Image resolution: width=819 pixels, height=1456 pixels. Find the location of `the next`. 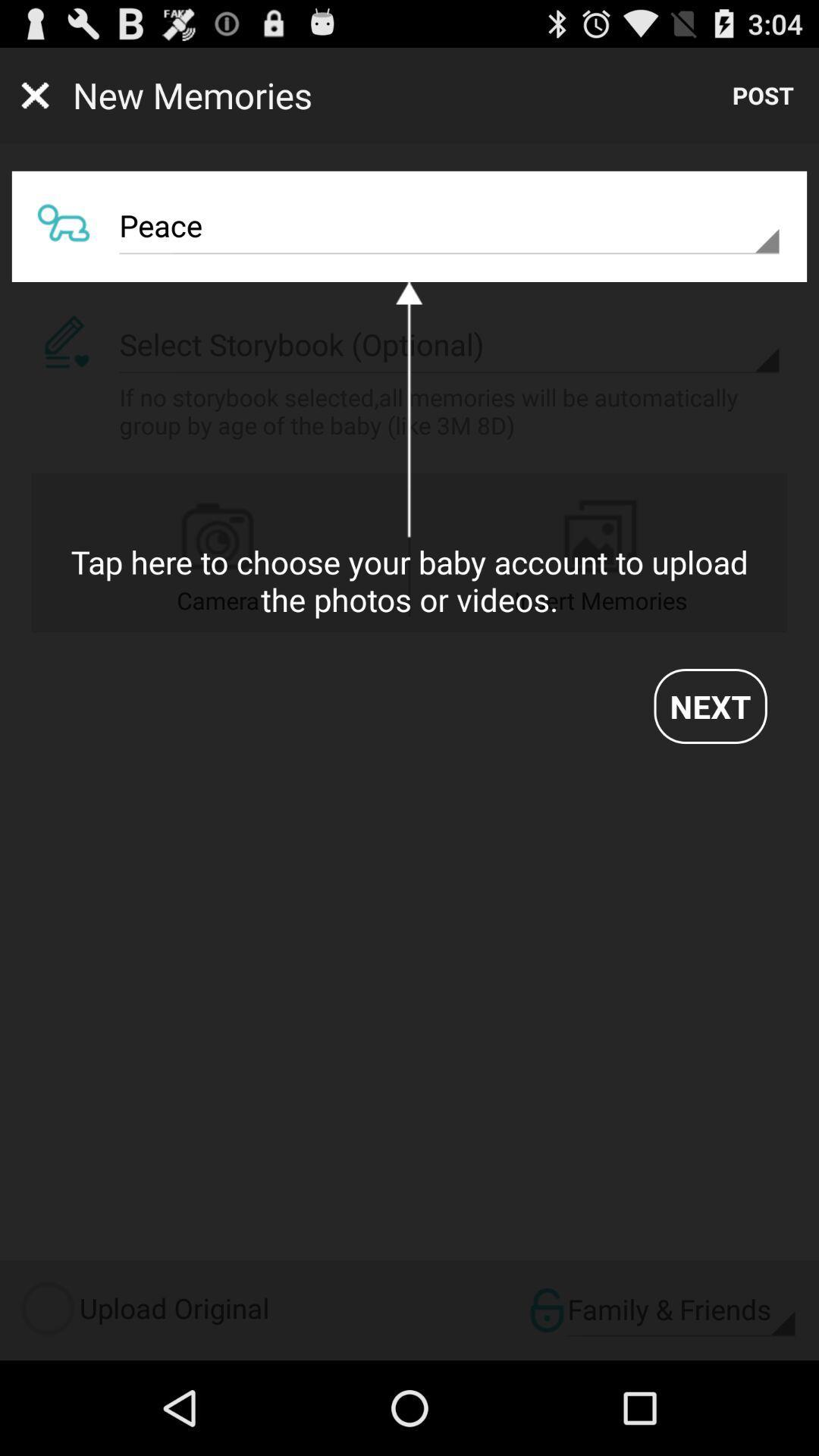

the next is located at coordinates (711, 705).